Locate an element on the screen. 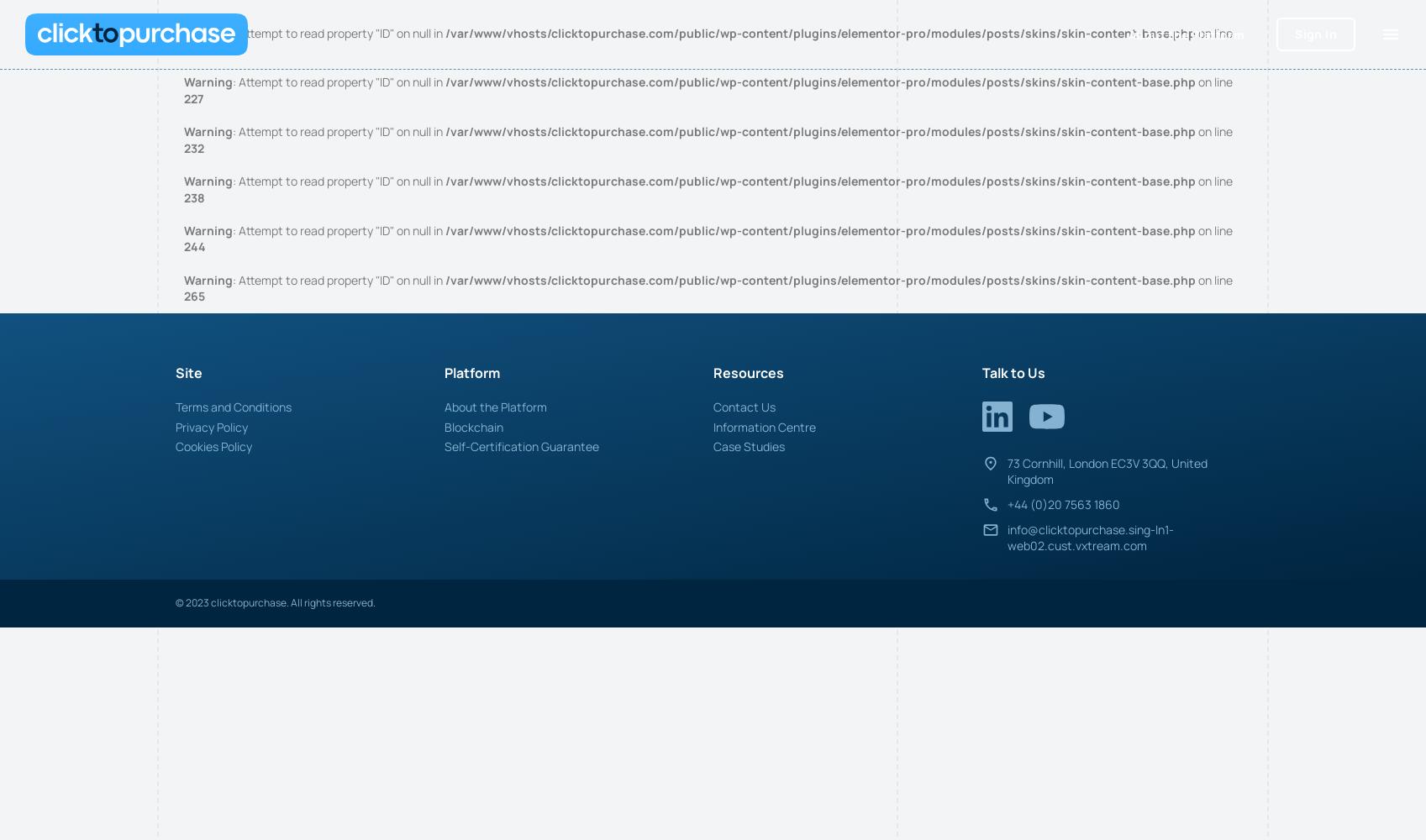 This screenshot has width=1426, height=840. '220' is located at coordinates (193, 49).